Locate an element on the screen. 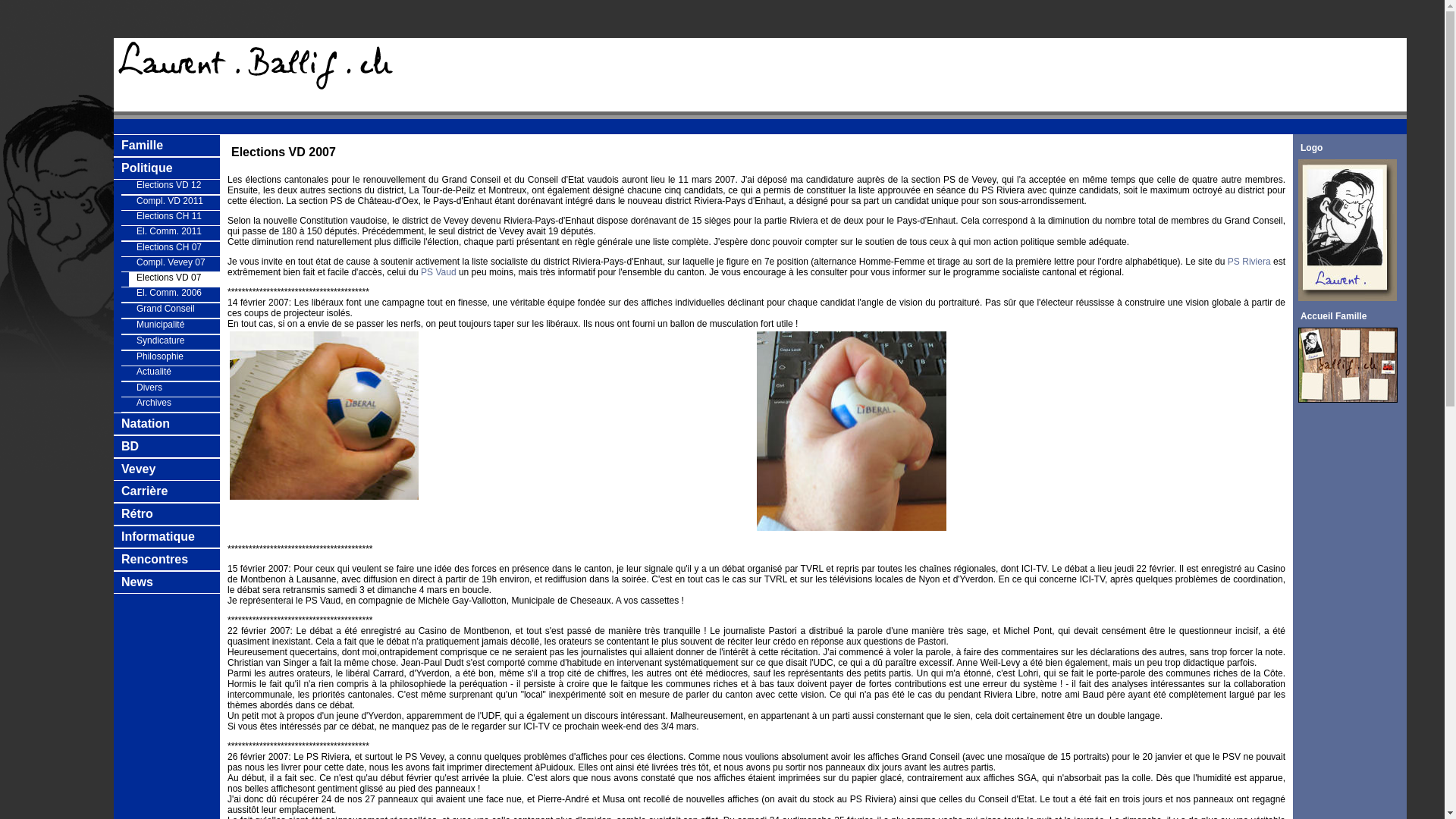 The image size is (1456, 819). 'Informatique' is located at coordinates (171, 536).